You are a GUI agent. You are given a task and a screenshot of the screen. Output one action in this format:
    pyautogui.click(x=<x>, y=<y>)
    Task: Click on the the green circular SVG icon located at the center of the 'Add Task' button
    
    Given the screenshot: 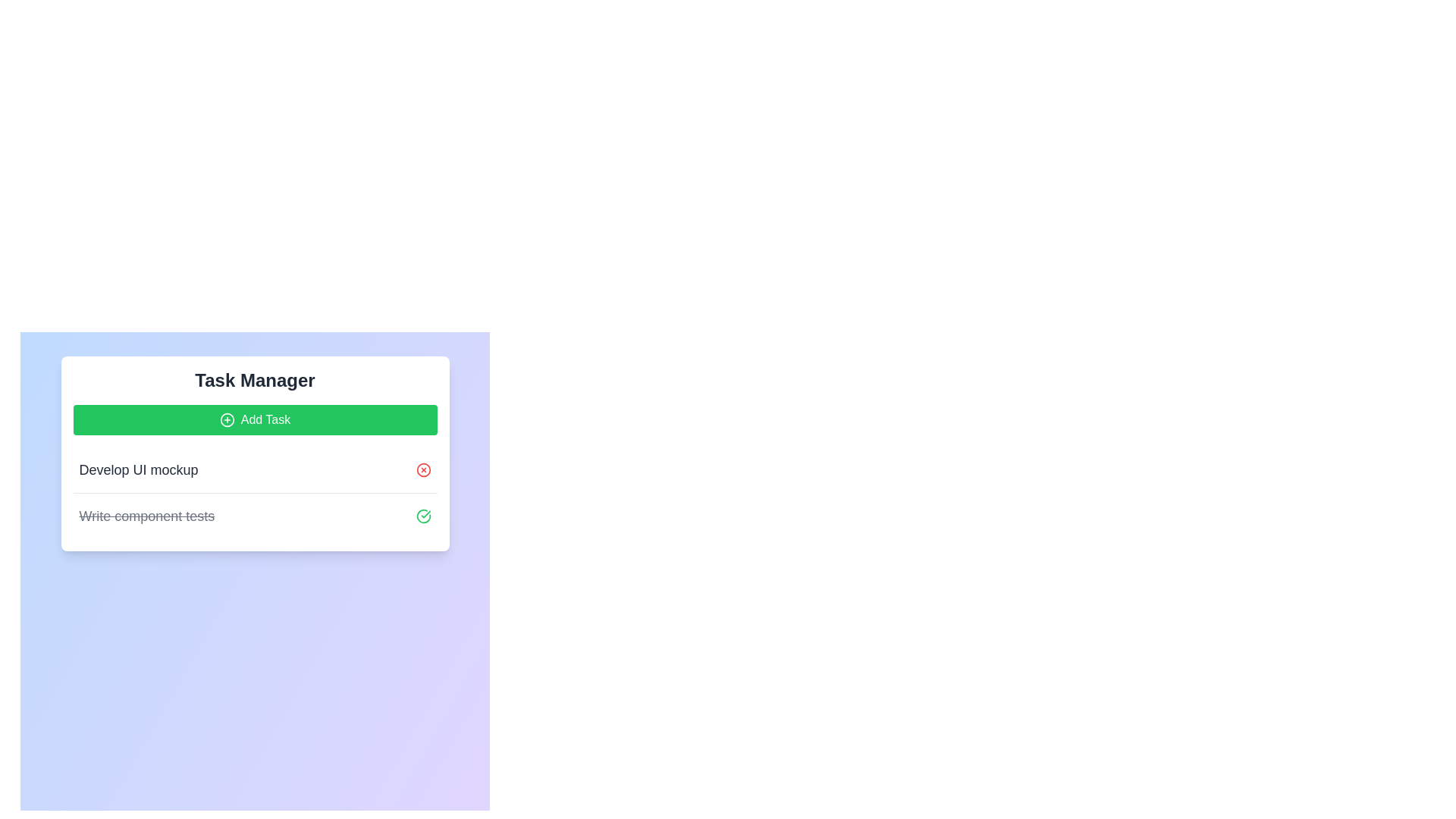 What is the action you would take?
    pyautogui.click(x=226, y=420)
    